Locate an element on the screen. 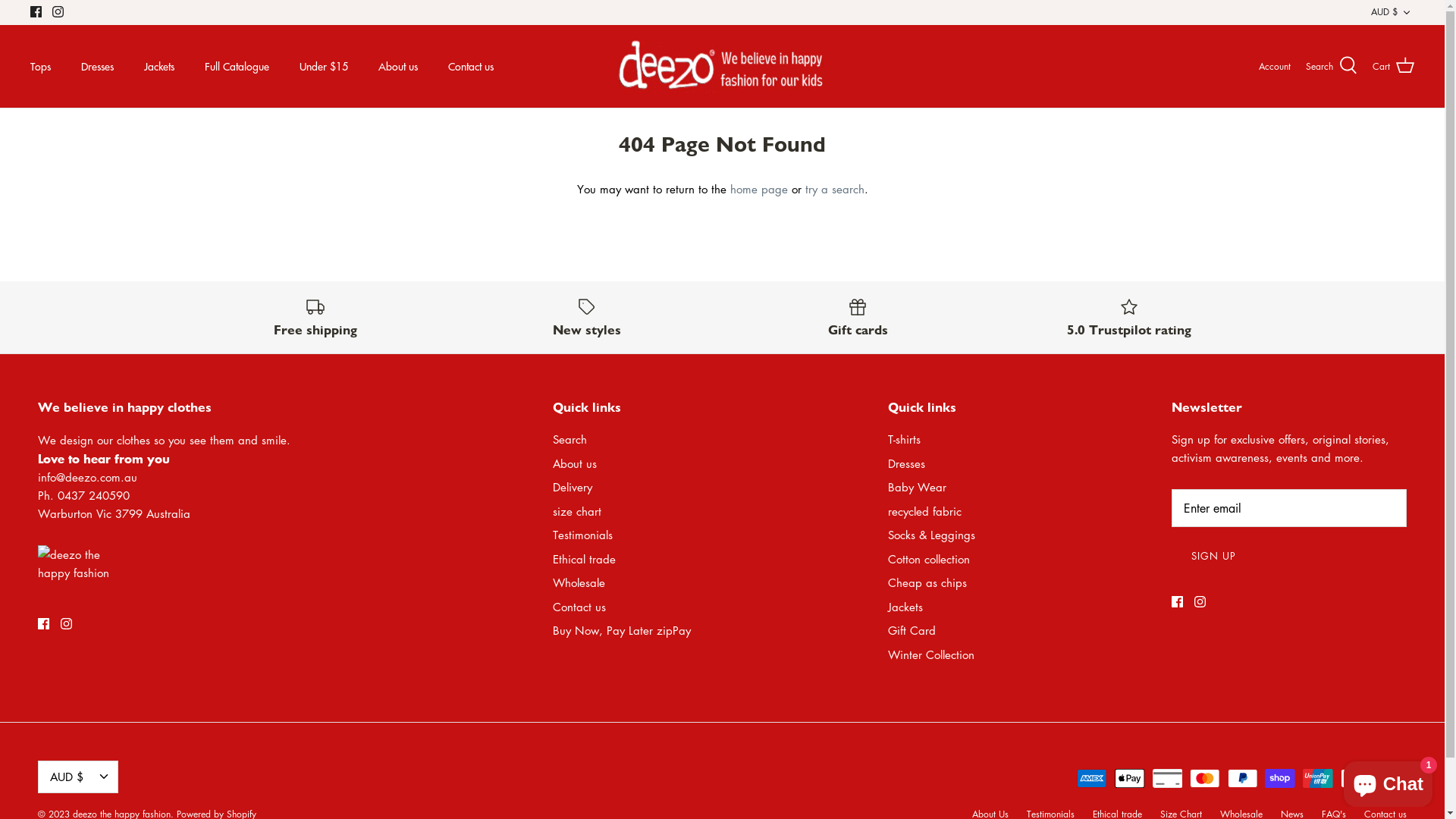 The height and width of the screenshot is (819, 1456). 'Jackets' is located at coordinates (905, 605).